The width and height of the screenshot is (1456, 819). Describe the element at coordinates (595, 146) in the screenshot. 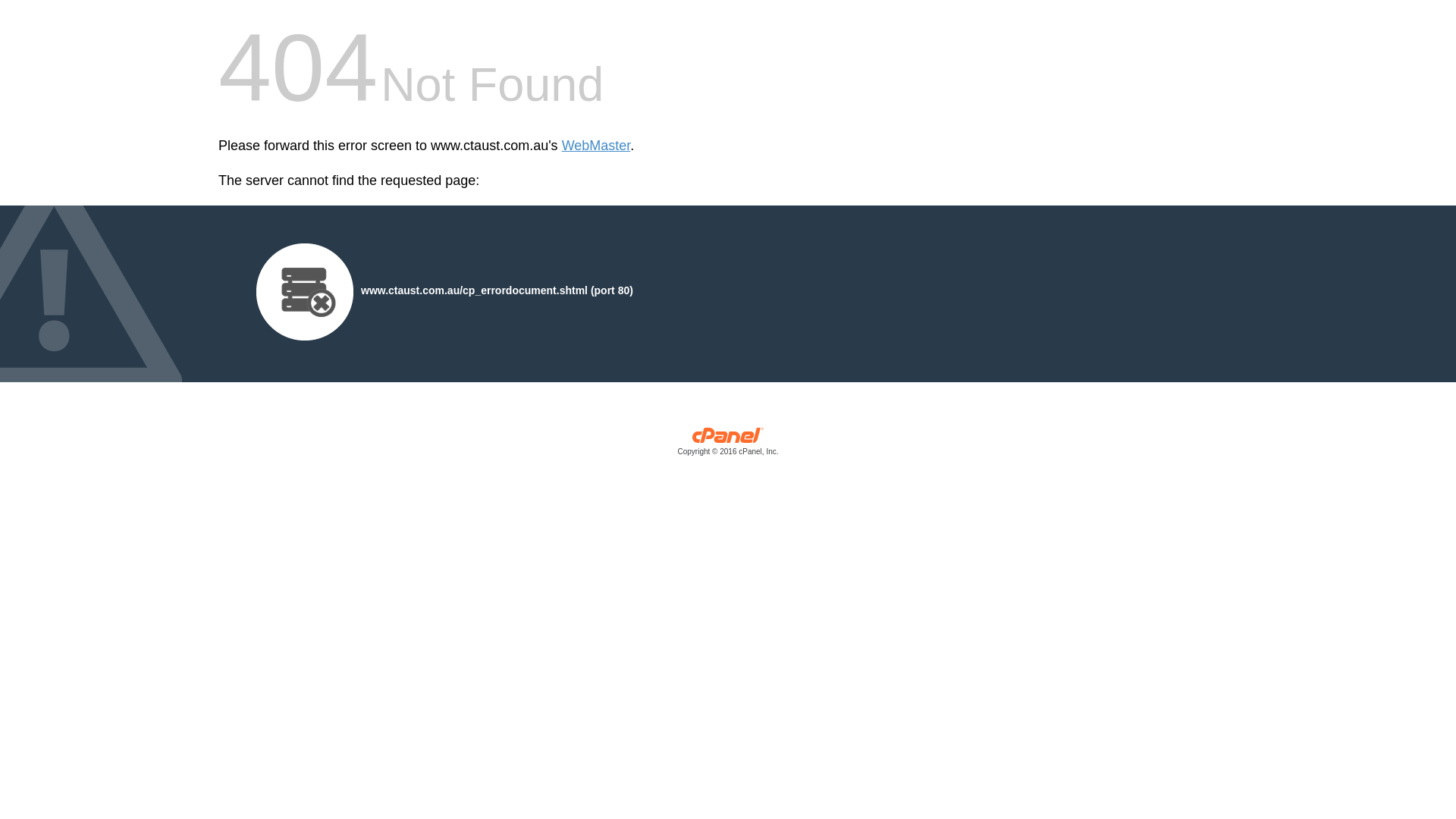

I see `'WebMaster'` at that location.